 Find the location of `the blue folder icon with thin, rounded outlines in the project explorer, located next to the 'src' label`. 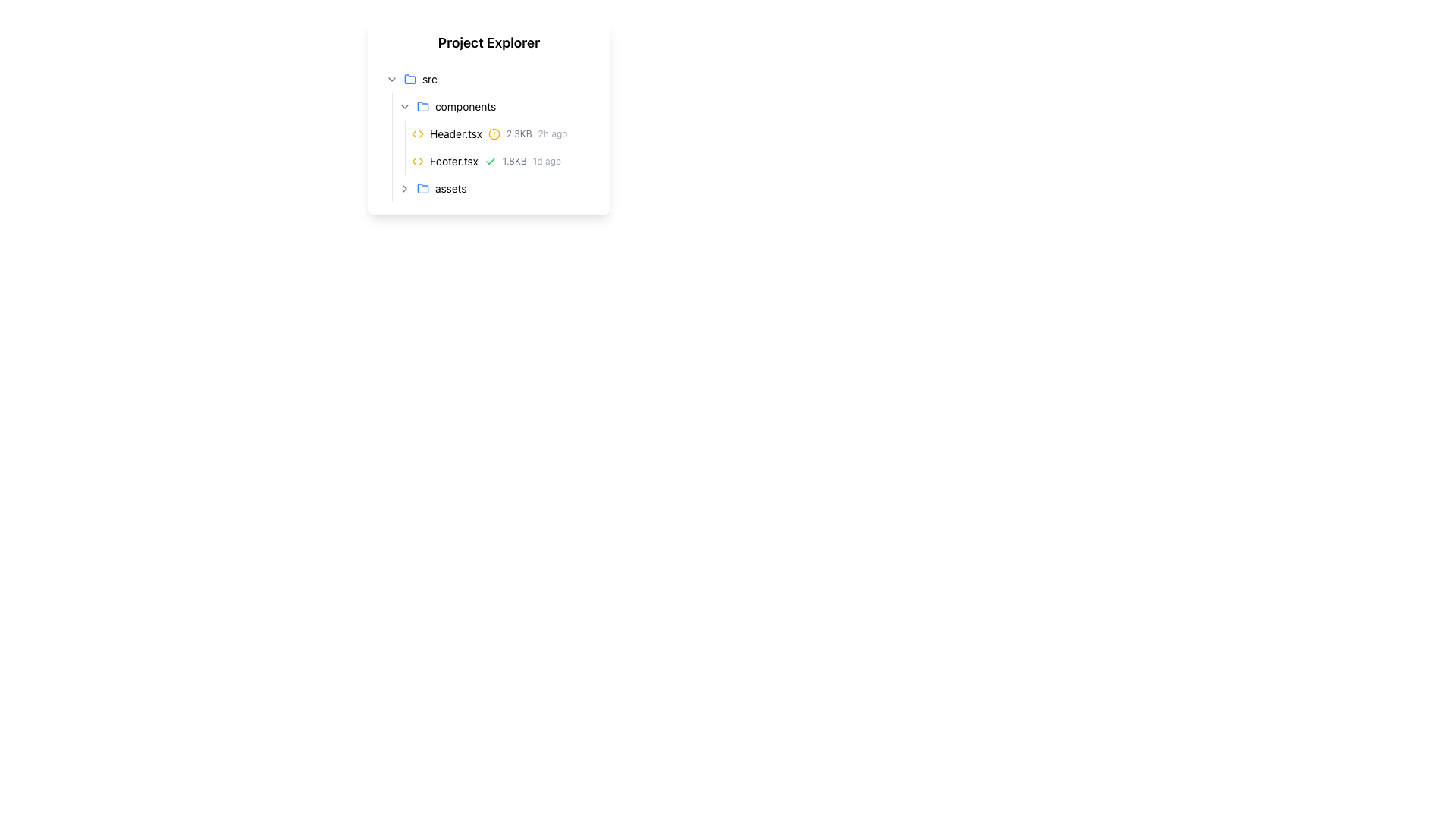

the blue folder icon with thin, rounded outlines in the project explorer, located next to the 'src' label is located at coordinates (410, 79).